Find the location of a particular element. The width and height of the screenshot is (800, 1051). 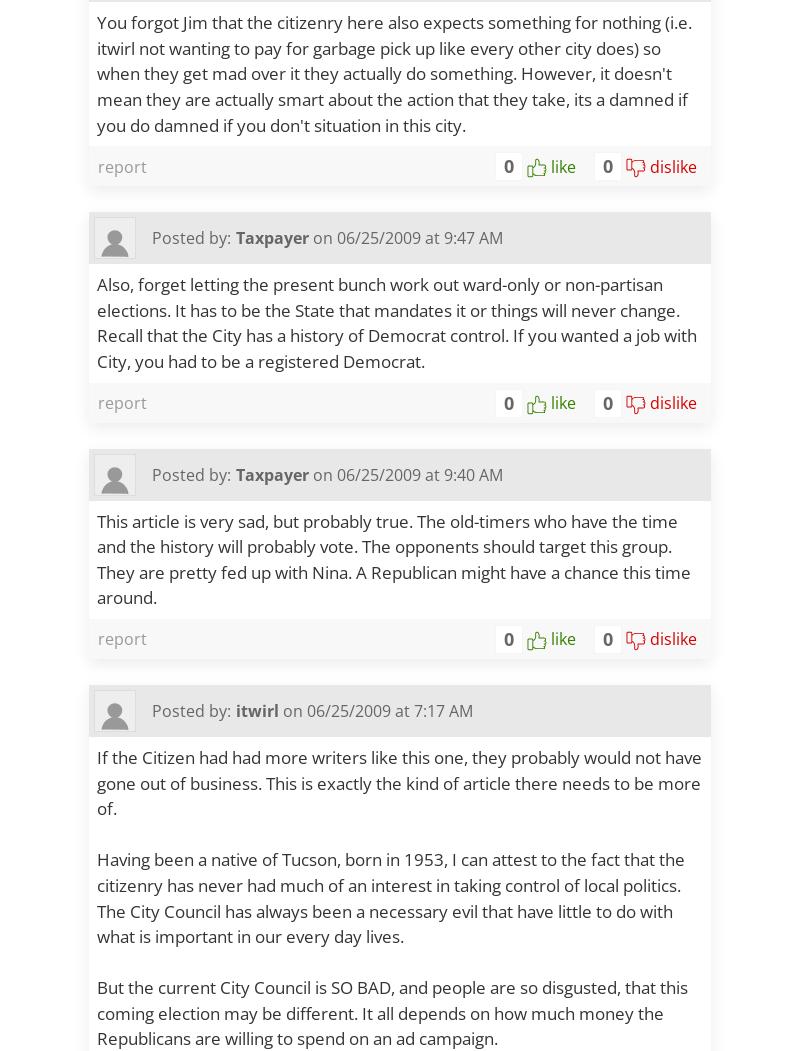

'You forgot Jim that the citizenry here also expects something for nothing (i.e. itwirl not wanting to pay for garbage pick up like every other city does) so when they get mad over it they actually do something. However, it doesn't mean they are actually smart about the action that they take, its a damned if you do damned if you don't situation in this city.' is located at coordinates (393, 72).